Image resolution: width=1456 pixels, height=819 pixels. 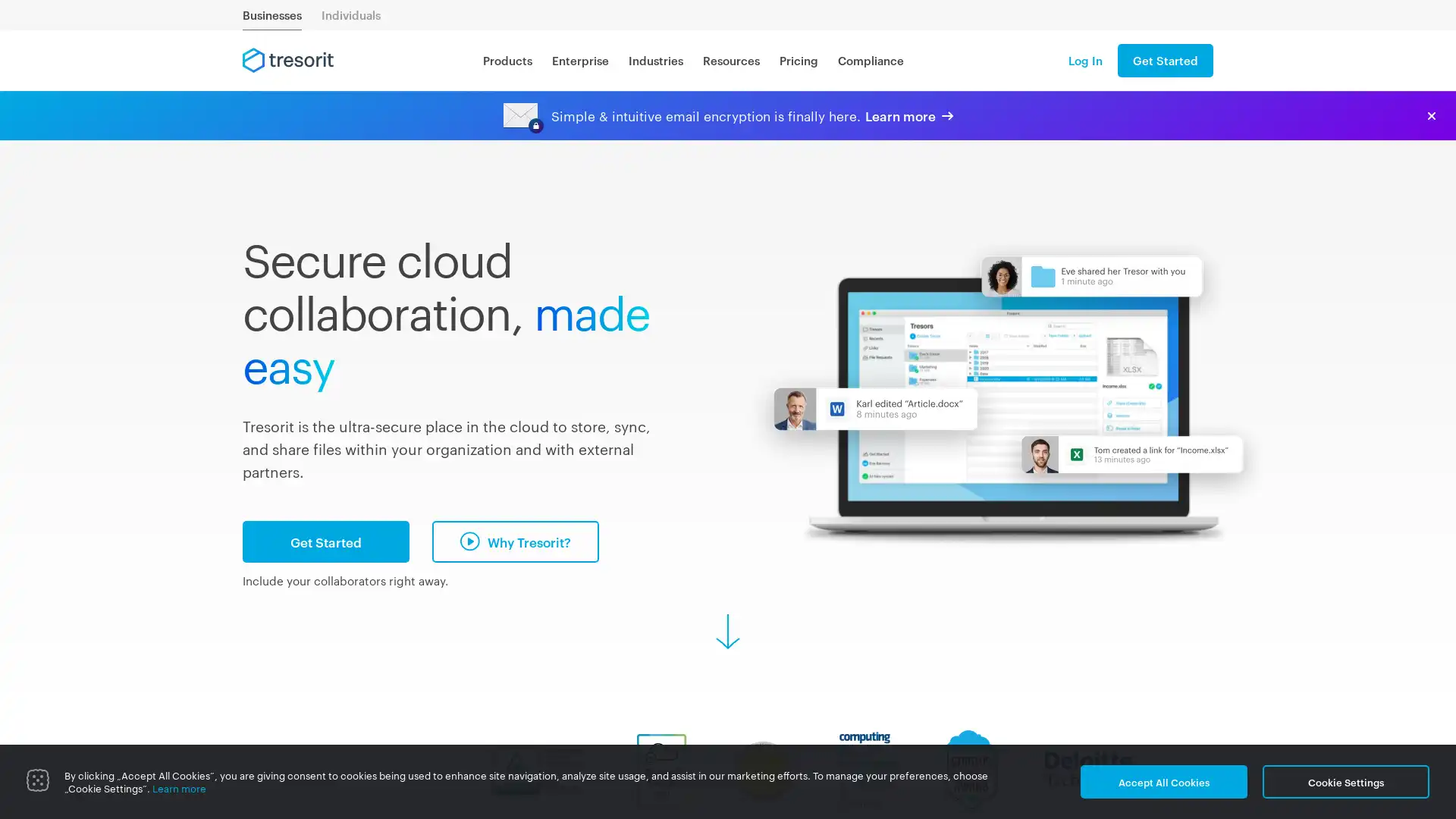 What do you see at coordinates (1163, 781) in the screenshot?
I see `Accept All Cookies` at bounding box center [1163, 781].